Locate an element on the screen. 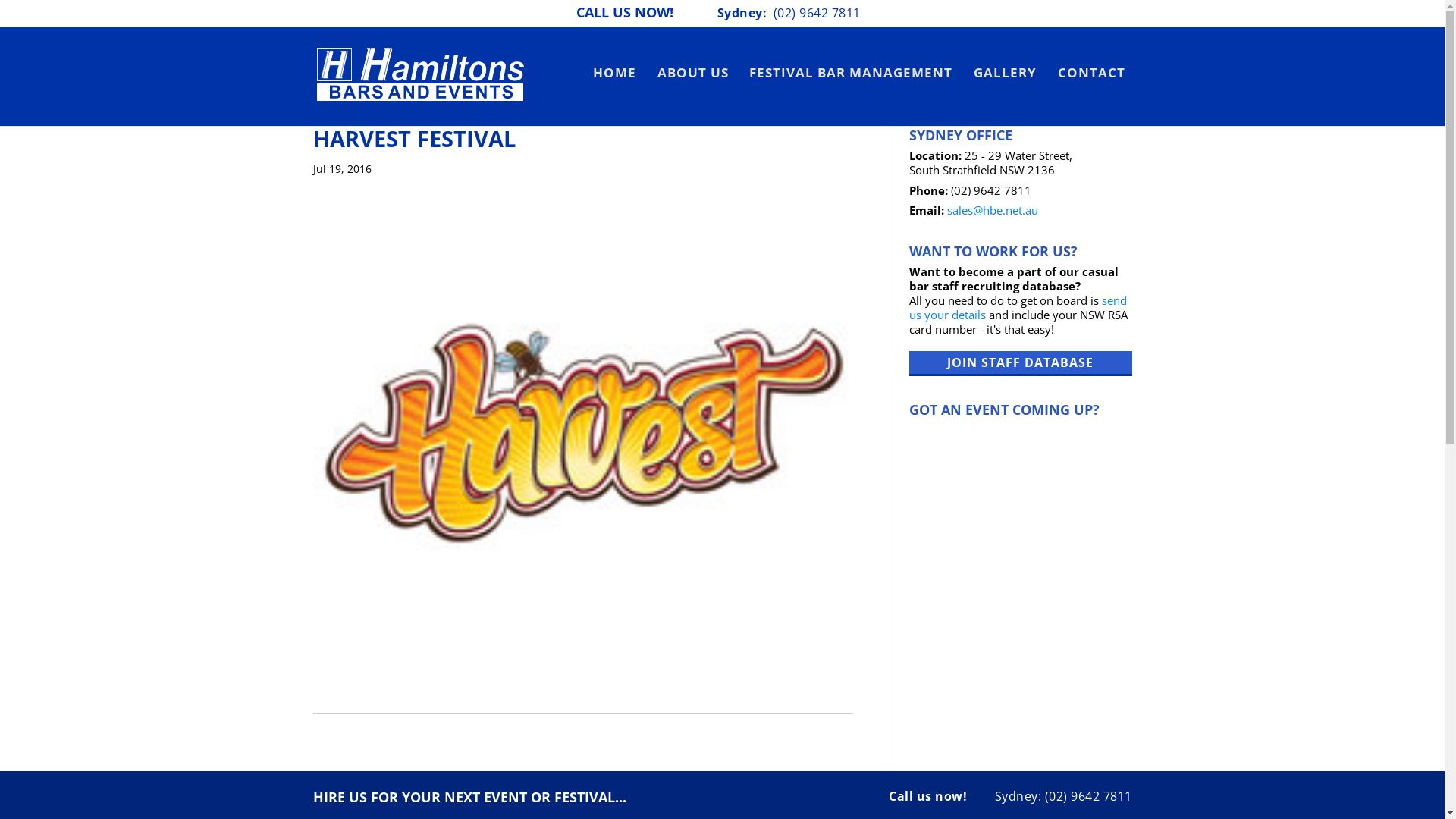 The height and width of the screenshot is (819, 1456). 'Sydney: (02) 9642 7811' is located at coordinates (1062, 795).